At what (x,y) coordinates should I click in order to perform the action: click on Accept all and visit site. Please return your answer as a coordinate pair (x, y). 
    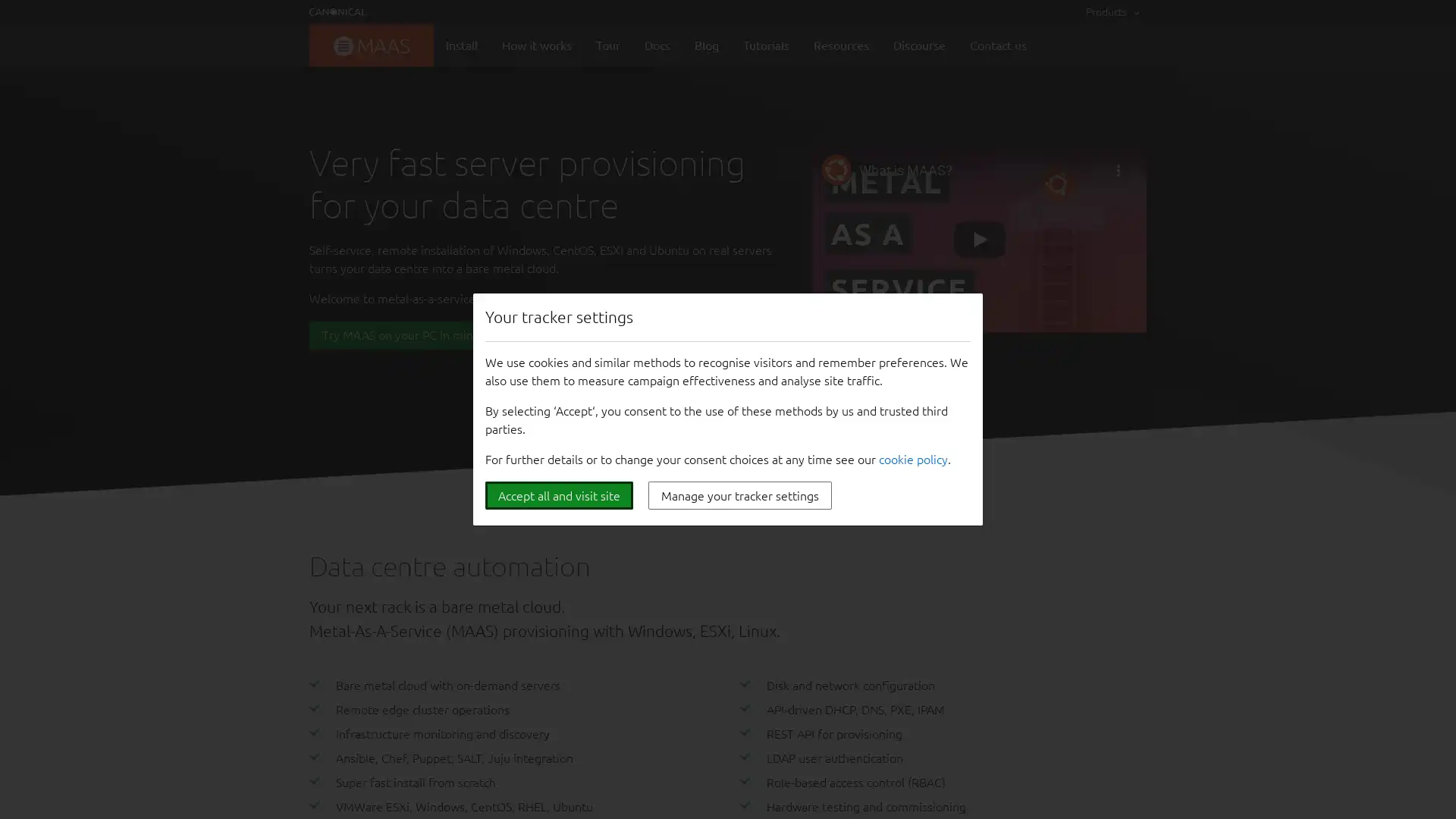
    Looking at the image, I should click on (558, 495).